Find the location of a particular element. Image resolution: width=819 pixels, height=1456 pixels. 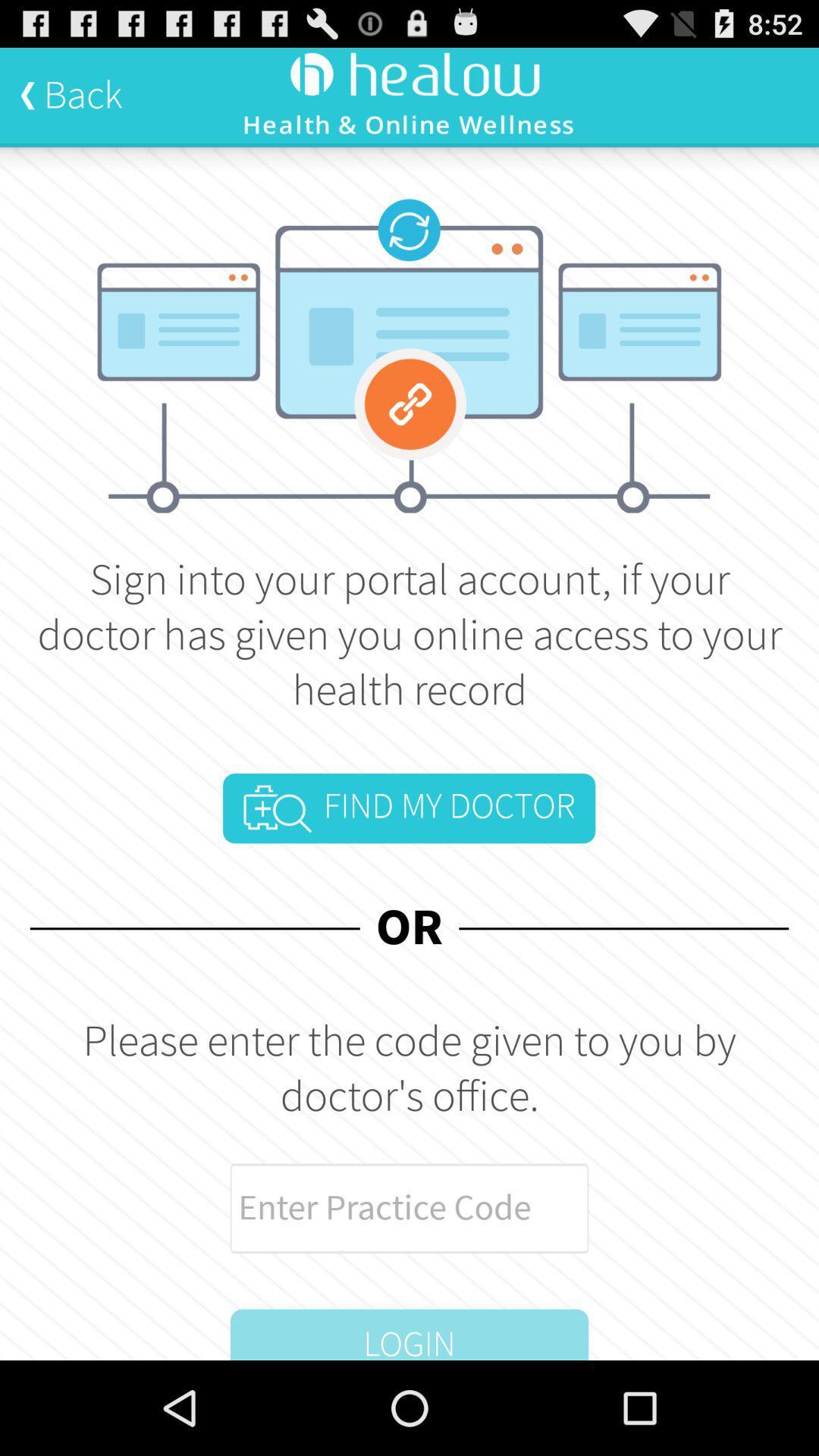

back icon is located at coordinates (71, 94).